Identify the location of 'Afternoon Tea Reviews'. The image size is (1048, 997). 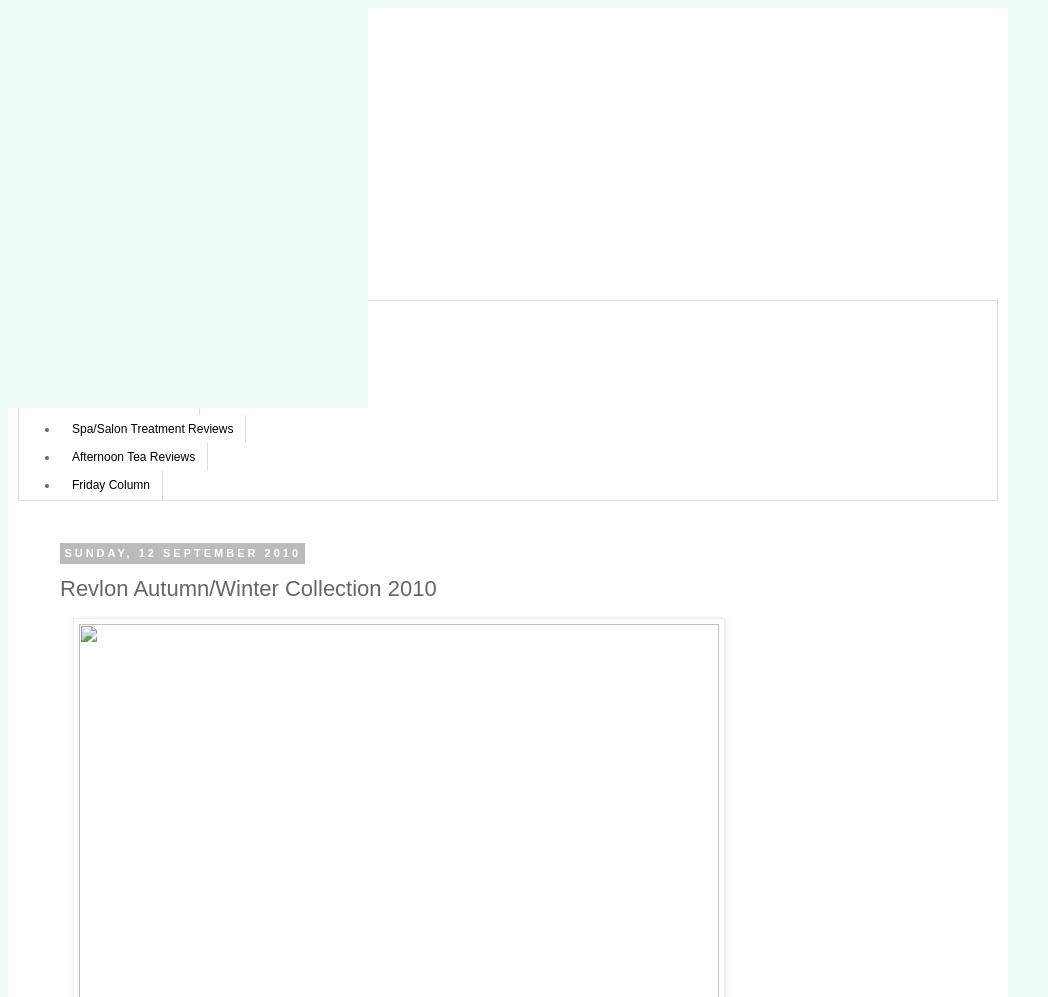
(133, 457).